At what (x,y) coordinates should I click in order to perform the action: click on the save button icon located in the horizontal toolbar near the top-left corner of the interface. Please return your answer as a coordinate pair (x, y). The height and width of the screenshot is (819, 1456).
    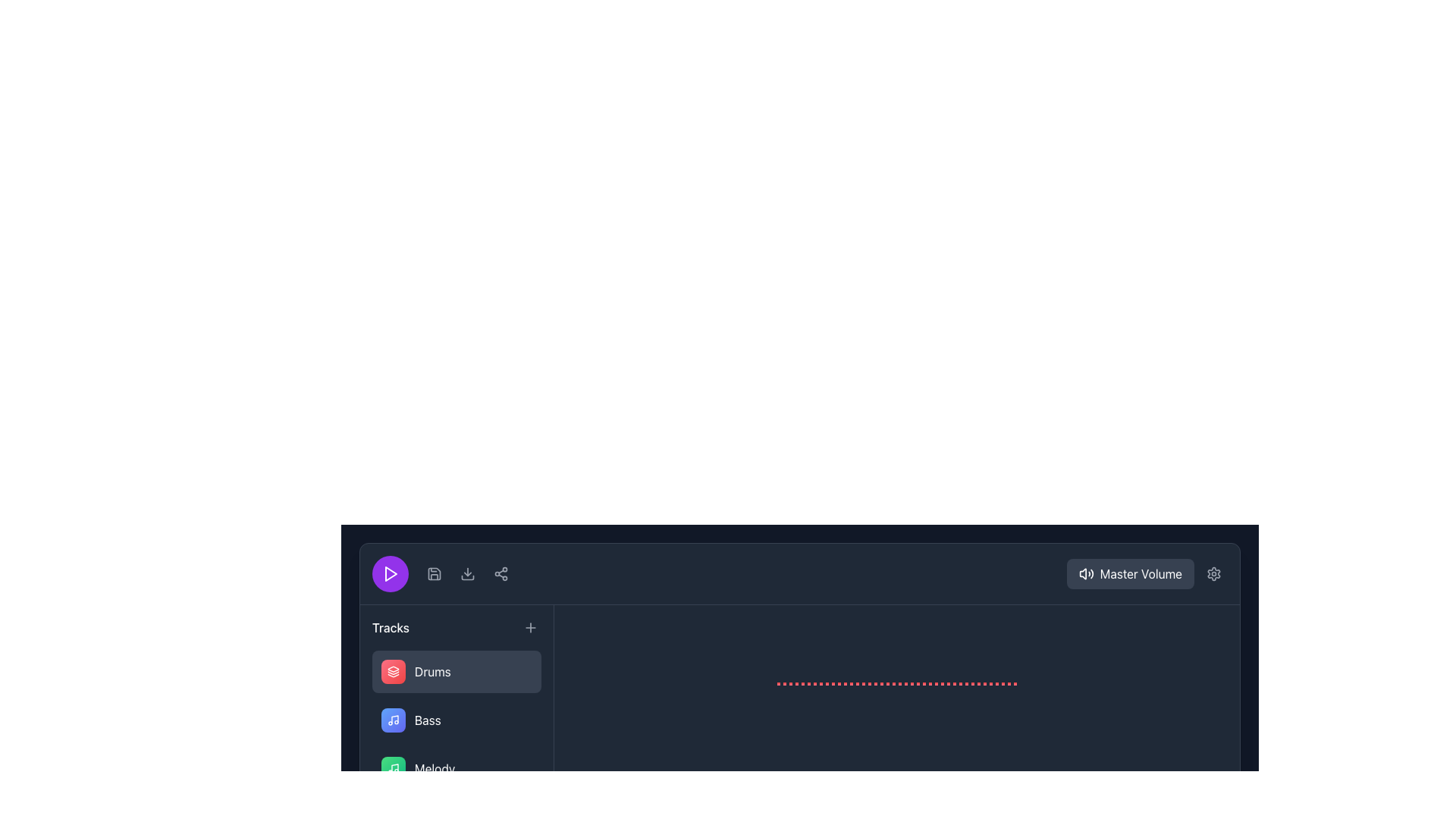
    Looking at the image, I should click on (433, 573).